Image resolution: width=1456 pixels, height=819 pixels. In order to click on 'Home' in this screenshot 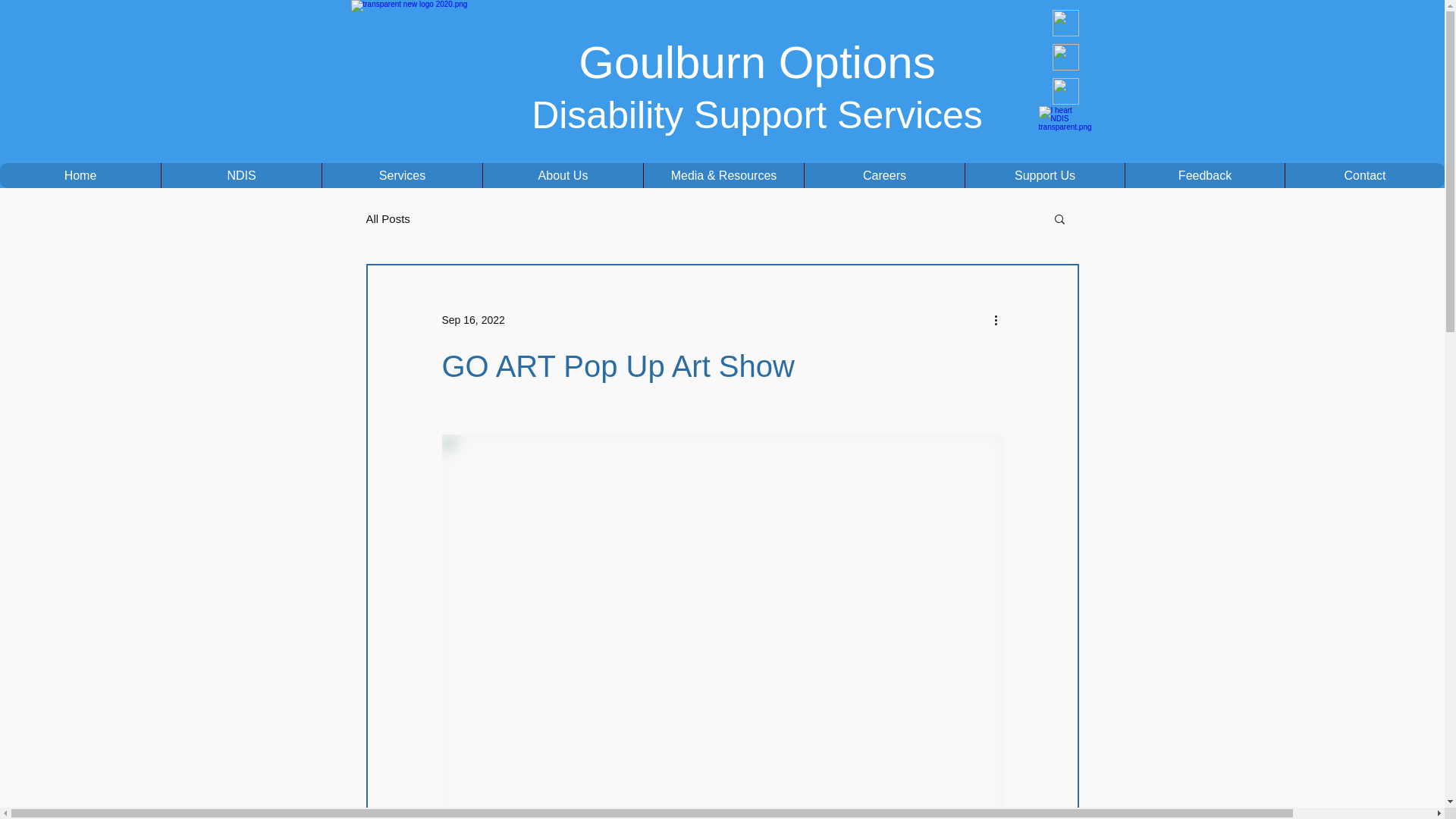, I will do `click(79, 174)`.